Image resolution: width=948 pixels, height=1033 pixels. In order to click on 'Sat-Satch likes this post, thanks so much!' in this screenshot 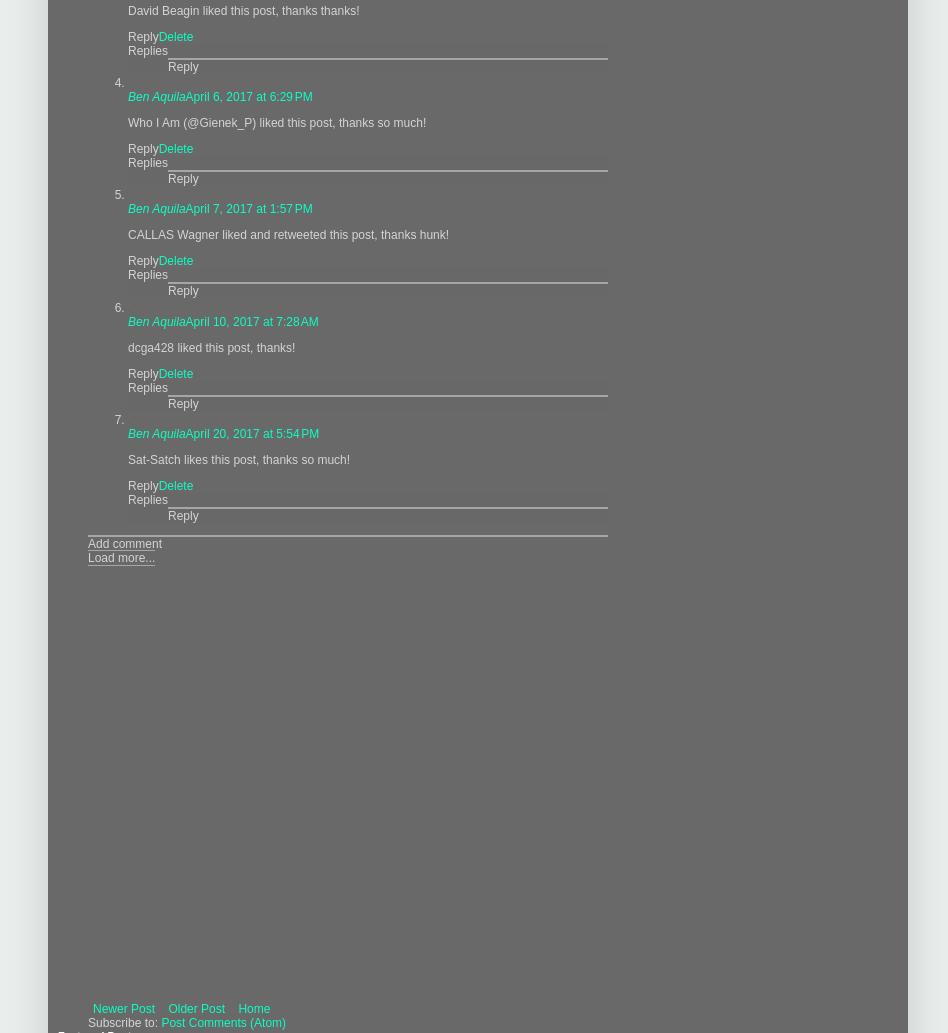, I will do `click(126, 459)`.